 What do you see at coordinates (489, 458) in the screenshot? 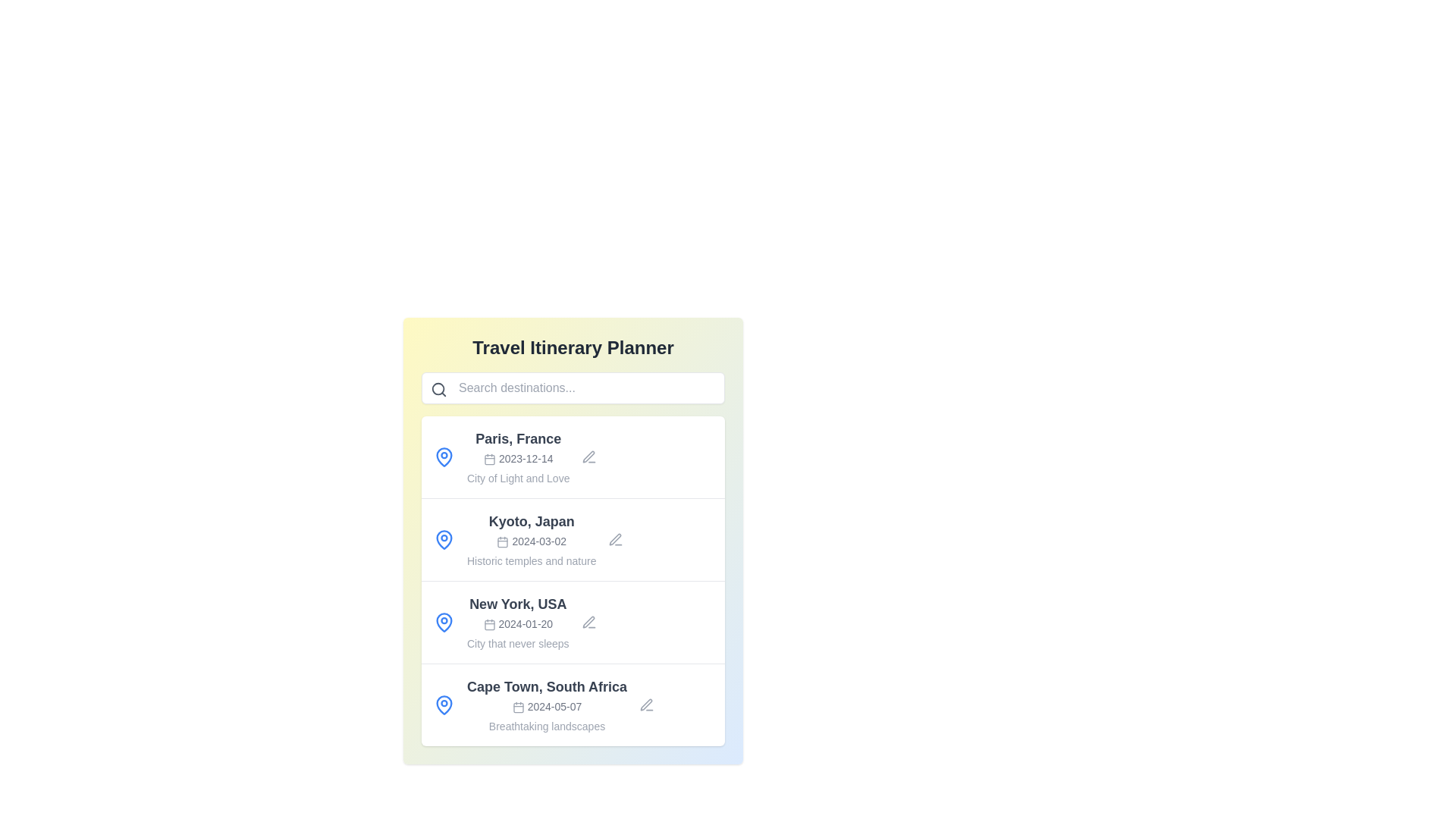
I see `the calendar icon associated with the date '2023-12-14' next to the entry for 'Paris, France'` at bounding box center [489, 458].